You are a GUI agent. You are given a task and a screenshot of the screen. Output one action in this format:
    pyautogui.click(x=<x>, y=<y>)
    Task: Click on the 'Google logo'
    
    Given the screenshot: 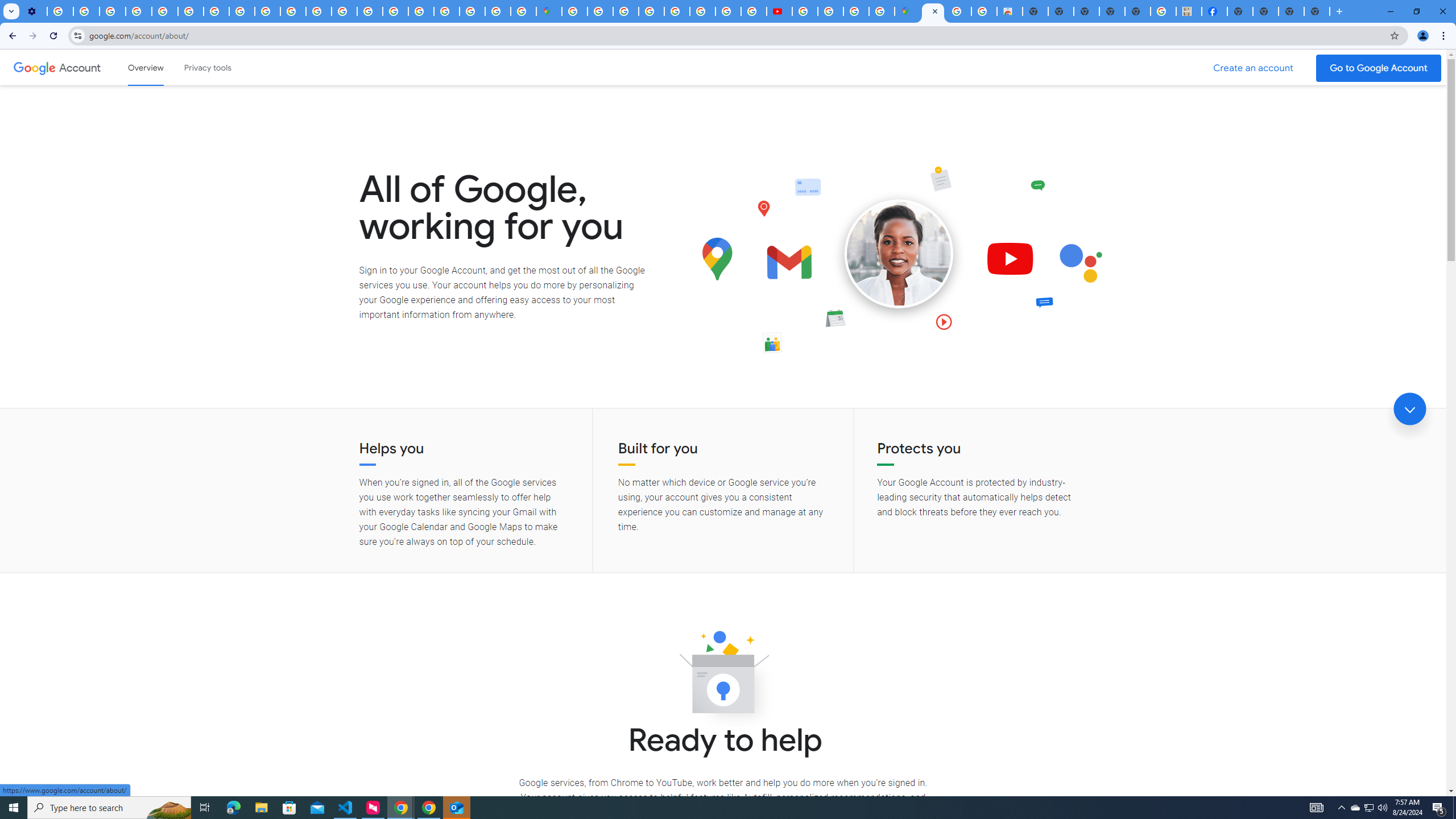 What is the action you would take?
    pyautogui.click(x=34, y=67)
    